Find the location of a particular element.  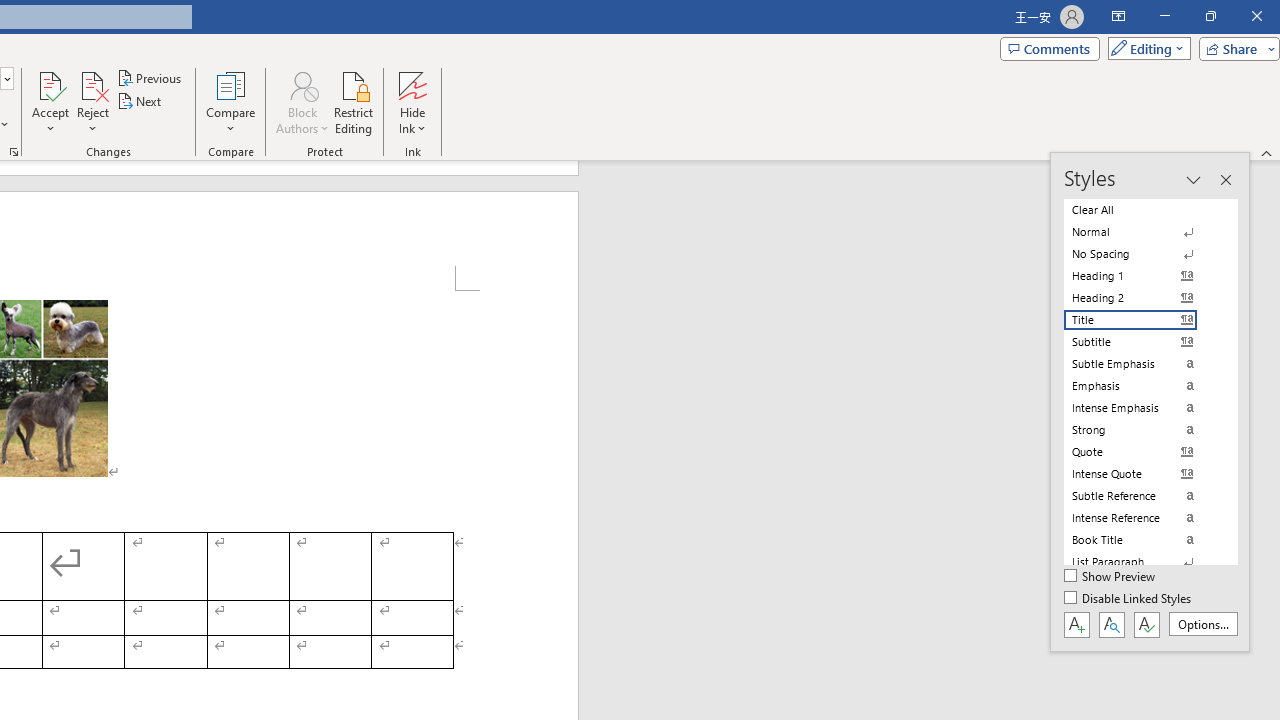

'Options...' is located at coordinates (1202, 622).